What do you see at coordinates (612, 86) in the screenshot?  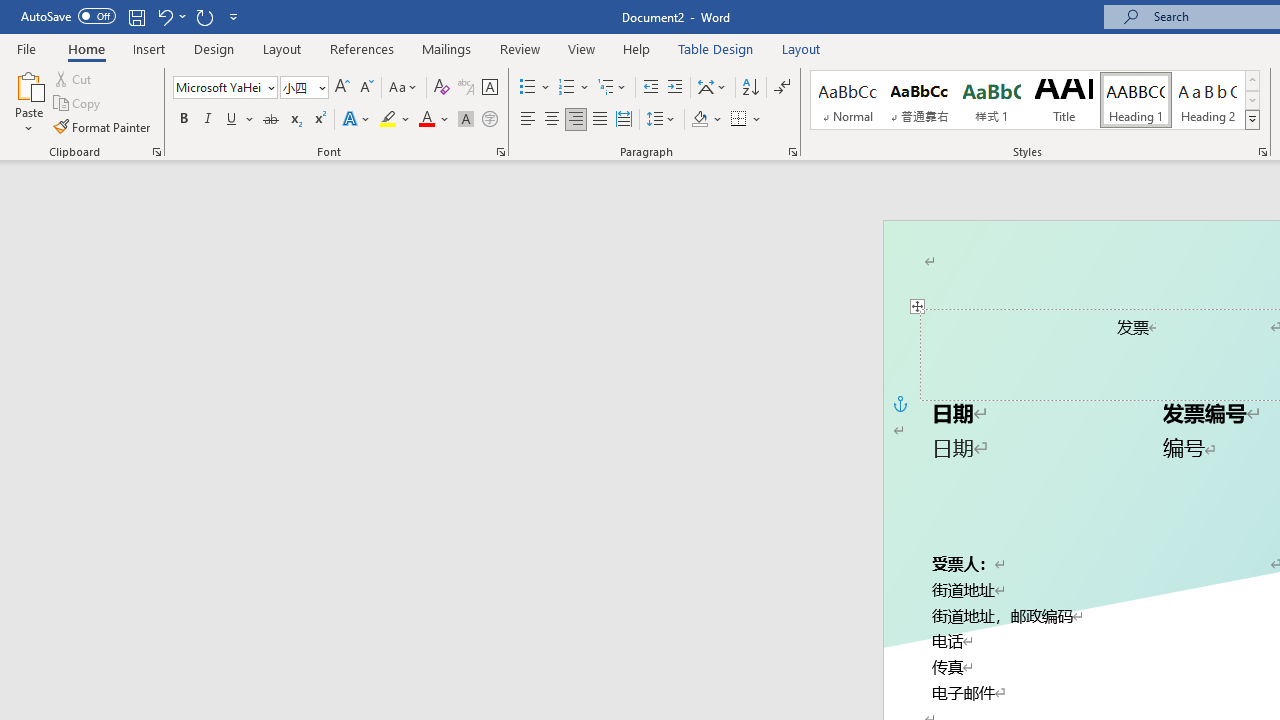 I see `'Multilevel List'` at bounding box center [612, 86].